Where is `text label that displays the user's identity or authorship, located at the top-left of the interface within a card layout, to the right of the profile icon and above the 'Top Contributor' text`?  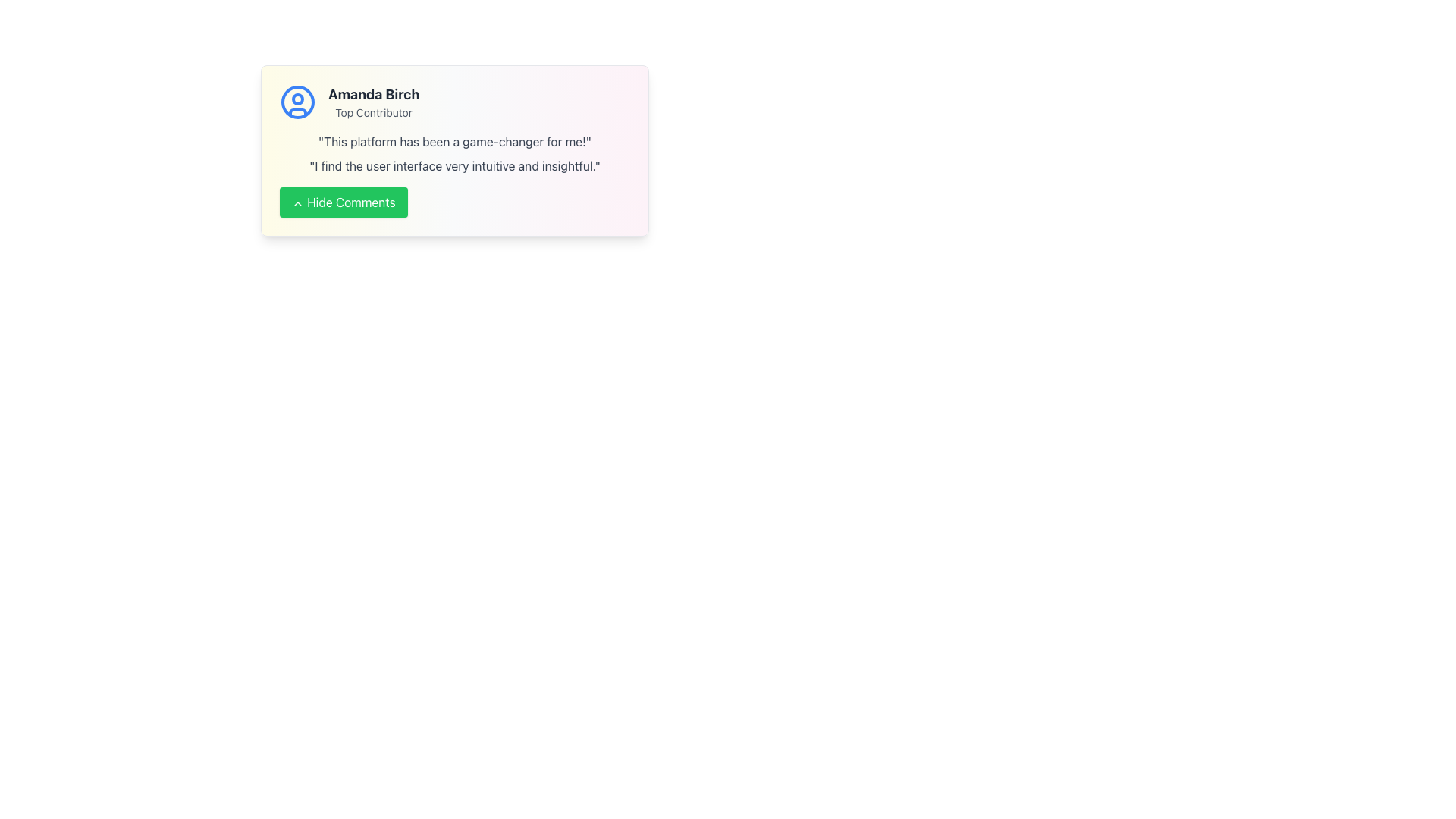
text label that displays the user's identity or authorship, located at the top-left of the interface within a card layout, to the right of the profile icon and above the 'Top Contributor' text is located at coordinates (374, 94).